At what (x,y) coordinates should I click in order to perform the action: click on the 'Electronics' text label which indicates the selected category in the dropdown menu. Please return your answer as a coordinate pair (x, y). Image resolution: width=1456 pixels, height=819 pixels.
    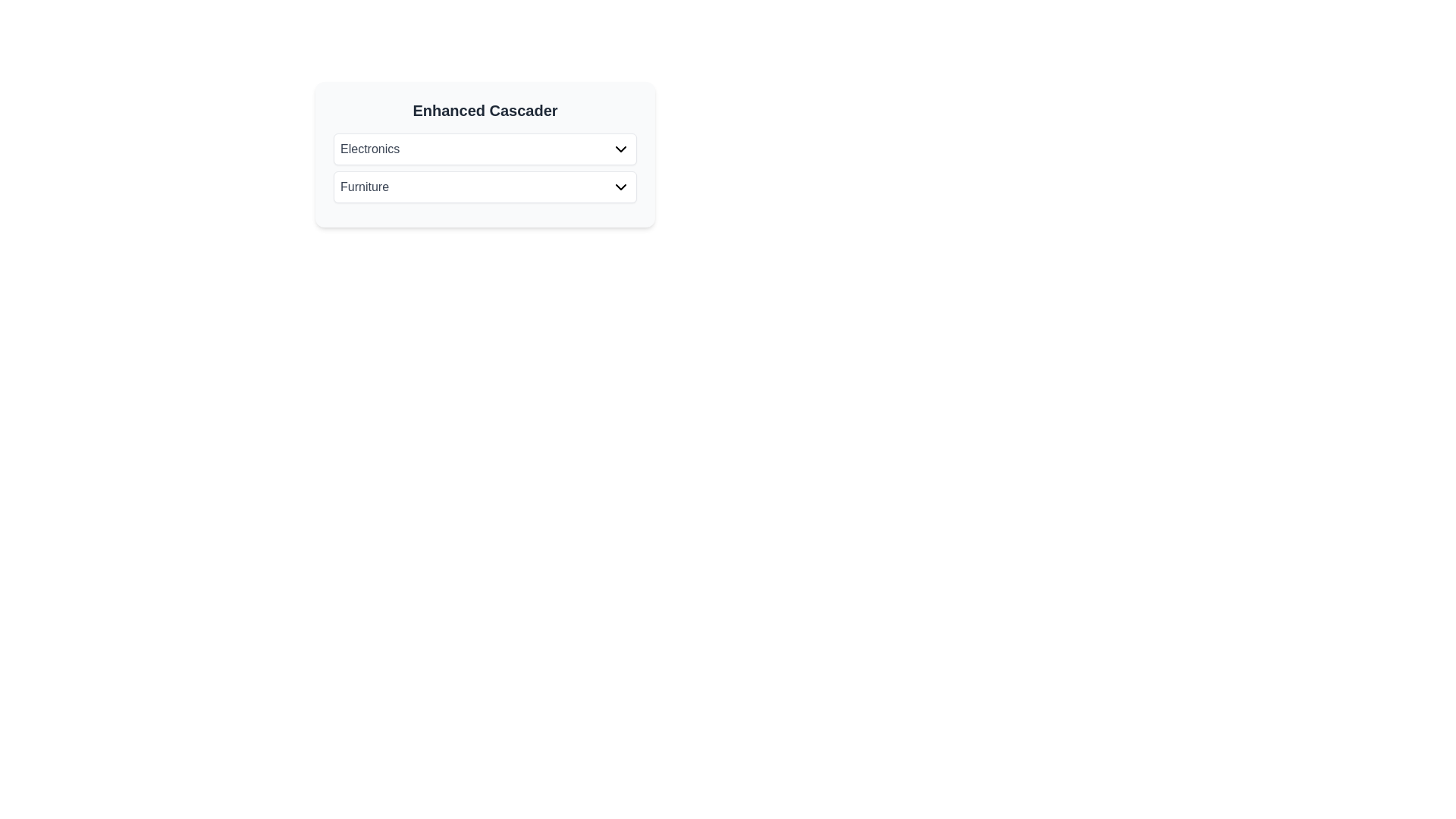
    Looking at the image, I should click on (370, 149).